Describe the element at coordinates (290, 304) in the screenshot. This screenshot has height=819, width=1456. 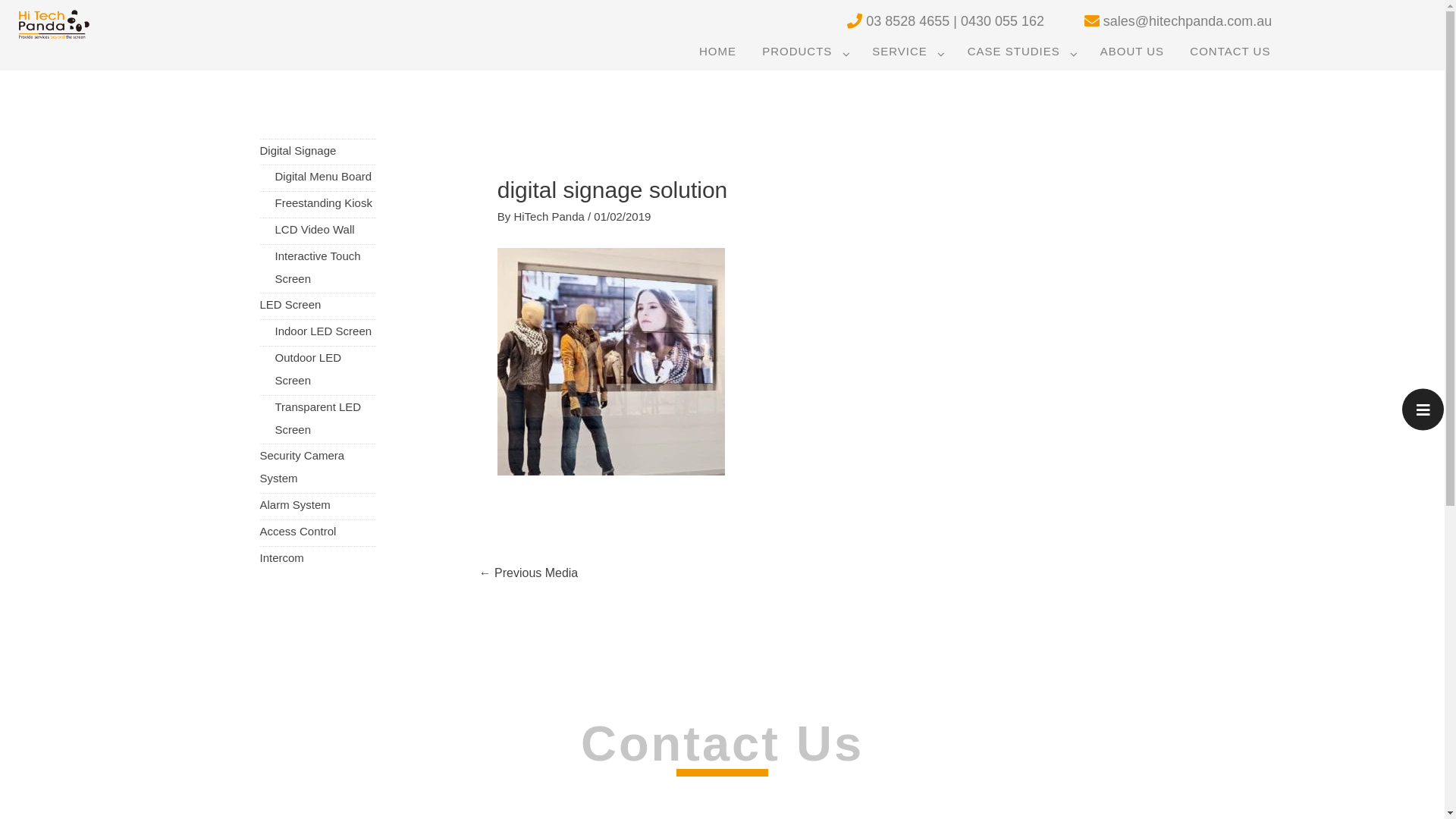
I see `'LED Screen'` at that location.